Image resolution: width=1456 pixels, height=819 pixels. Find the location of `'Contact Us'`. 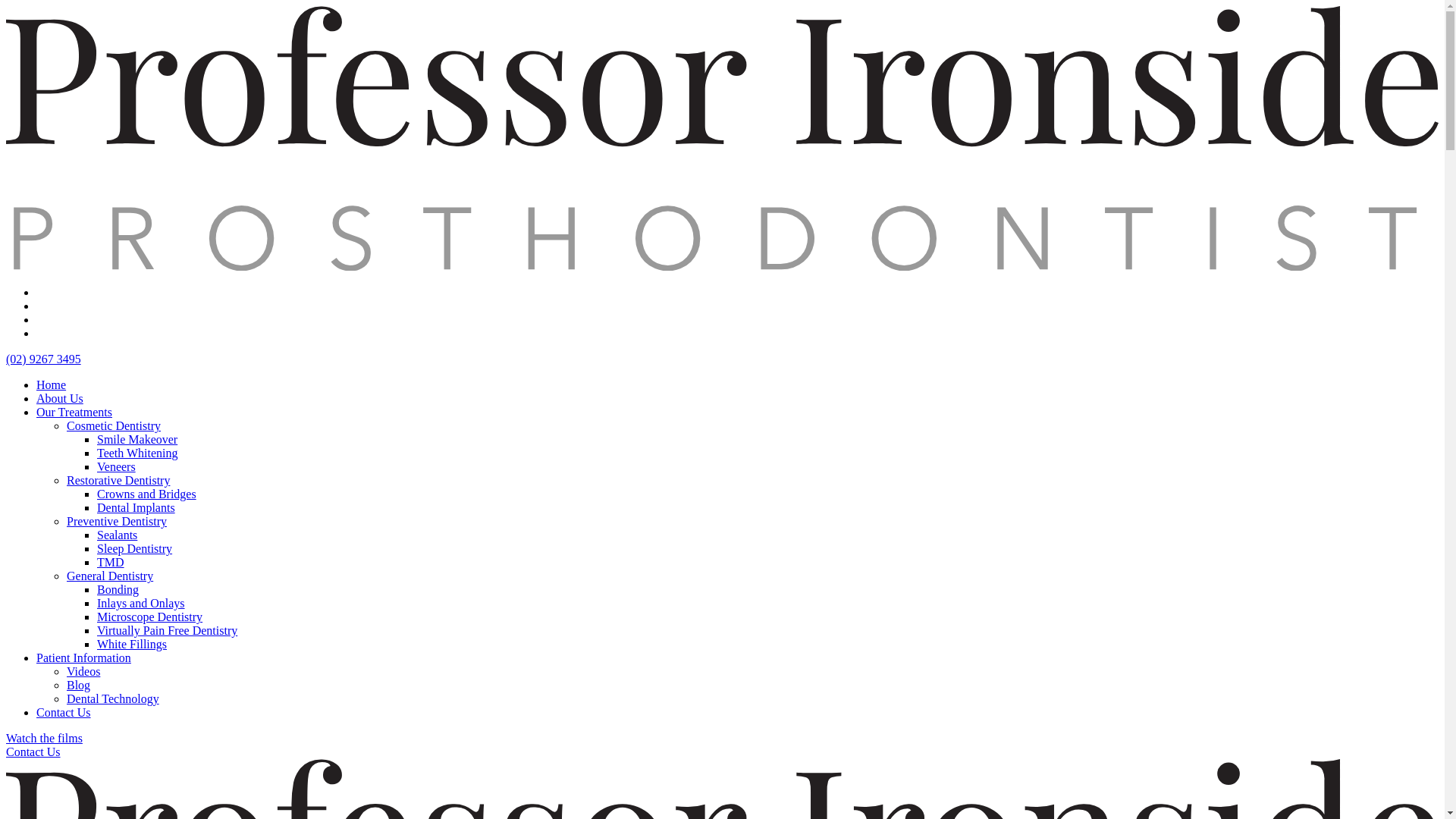

'Contact Us' is located at coordinates (6, 752).